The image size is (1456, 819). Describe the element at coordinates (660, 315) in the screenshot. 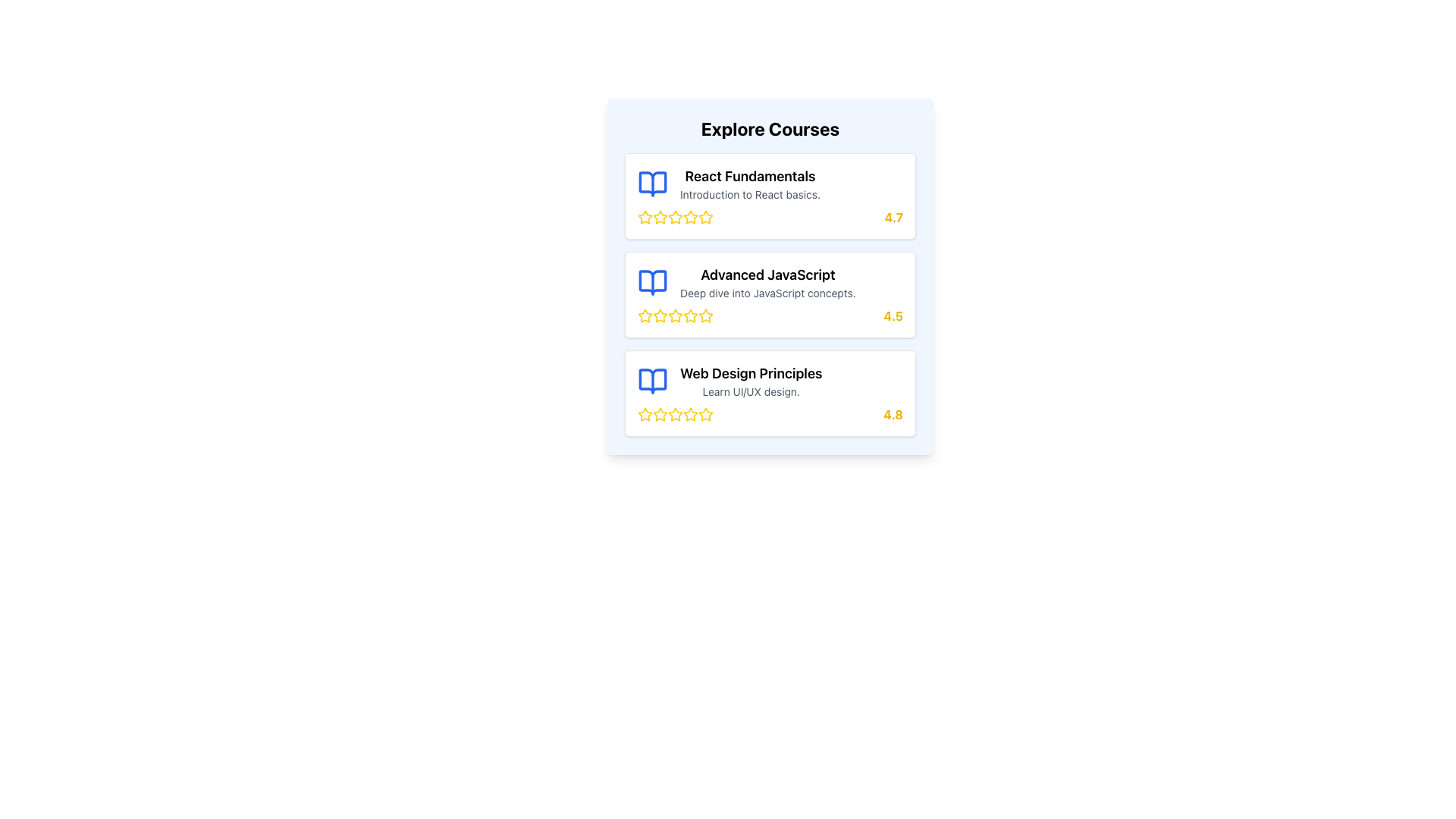

I see `the third star icon in the five-star rating system for the 'Advanced JavaScript' course, which visually represents a selected rating` at that location.